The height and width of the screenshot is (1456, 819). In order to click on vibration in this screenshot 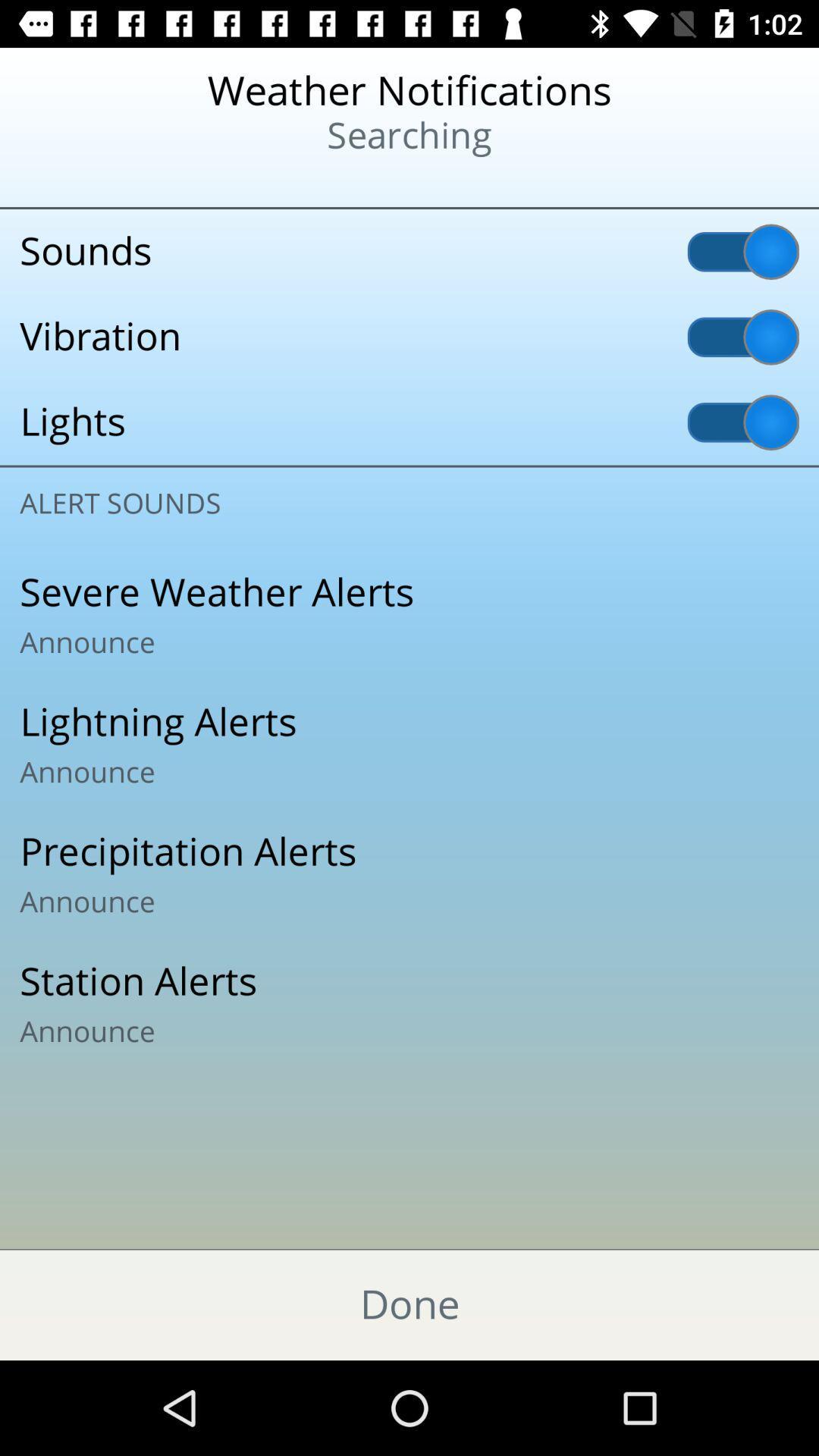, I will do `click(409, 336)`.